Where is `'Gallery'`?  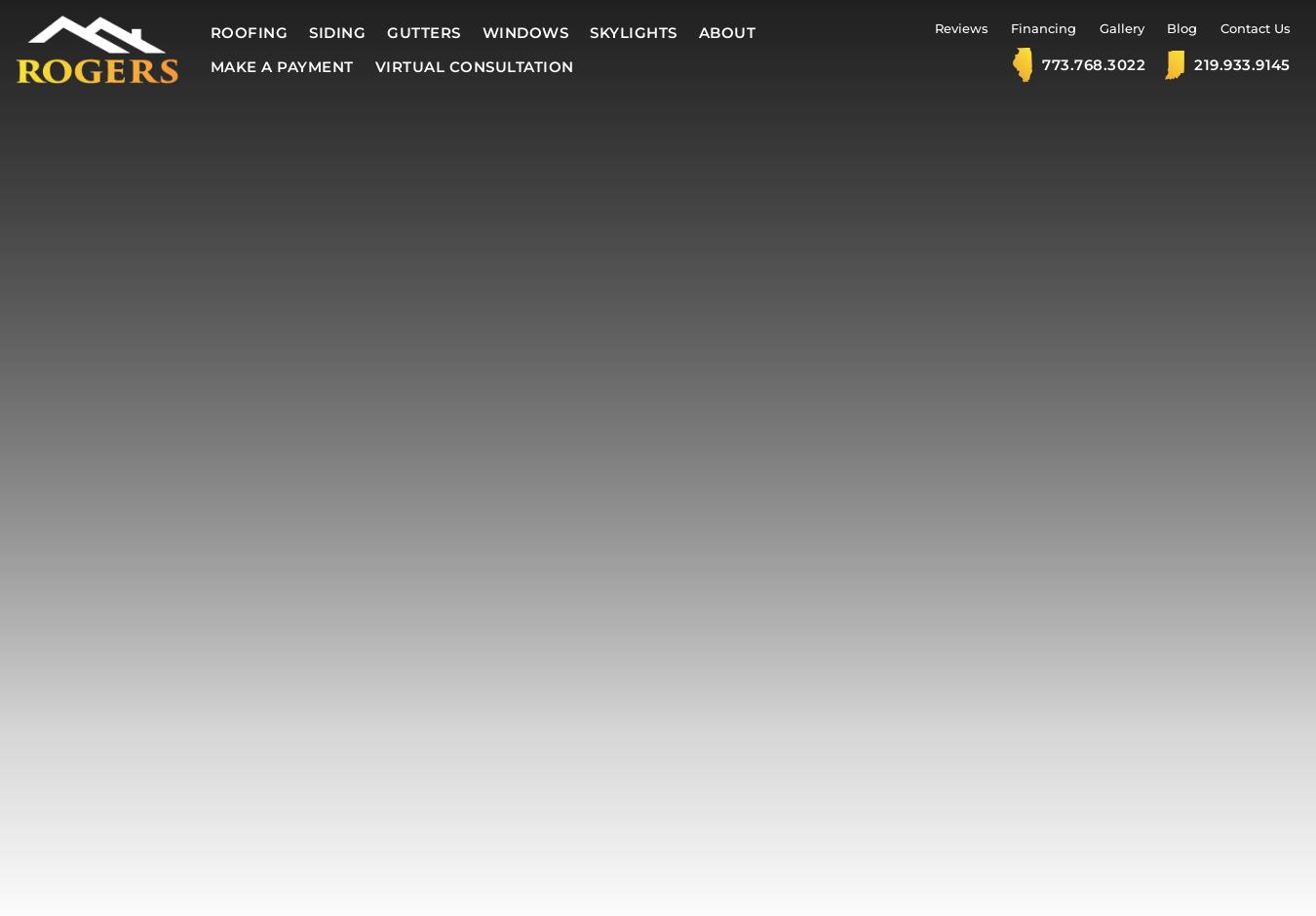
'Gallery' is located at coordinates (1120, 28).